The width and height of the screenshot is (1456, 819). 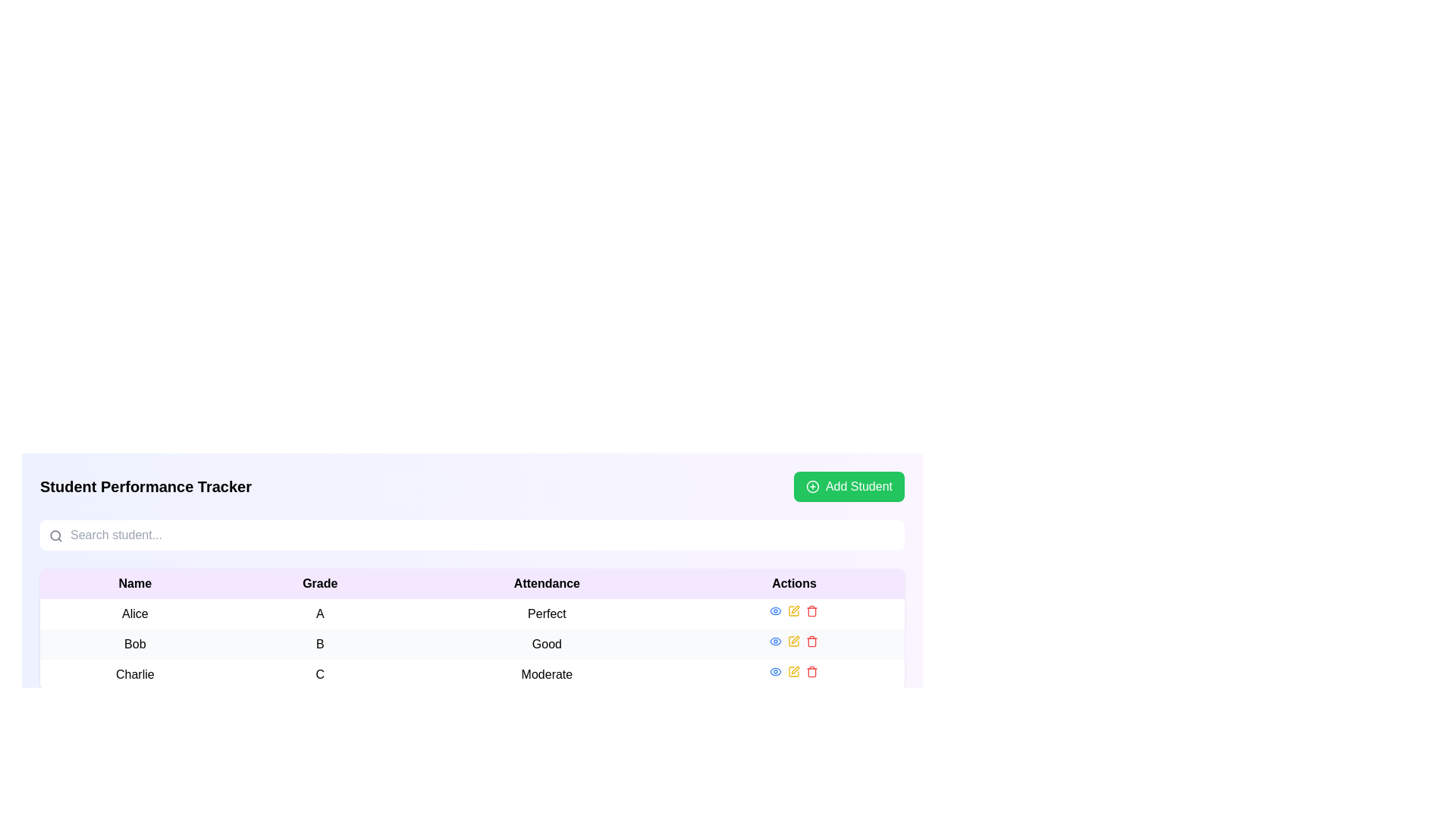 I want to click on the red trash can icon button in the 'Actions' column of the second row of the table, so click(x=811, y=641).